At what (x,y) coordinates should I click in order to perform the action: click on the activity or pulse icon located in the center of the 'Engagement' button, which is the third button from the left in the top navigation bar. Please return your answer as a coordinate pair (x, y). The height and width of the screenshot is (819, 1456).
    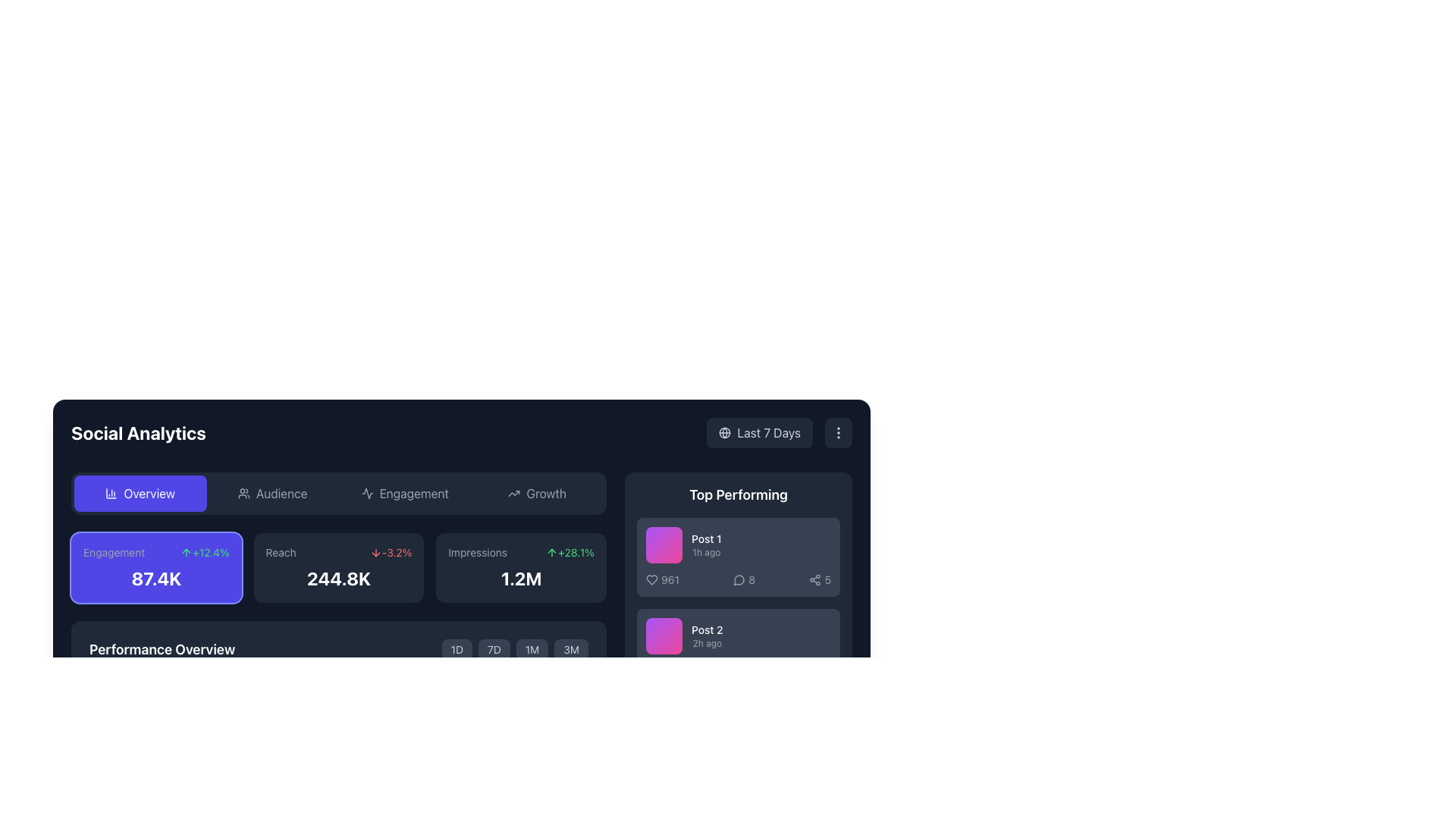
    Looking at the image, I should click on (367, 494).